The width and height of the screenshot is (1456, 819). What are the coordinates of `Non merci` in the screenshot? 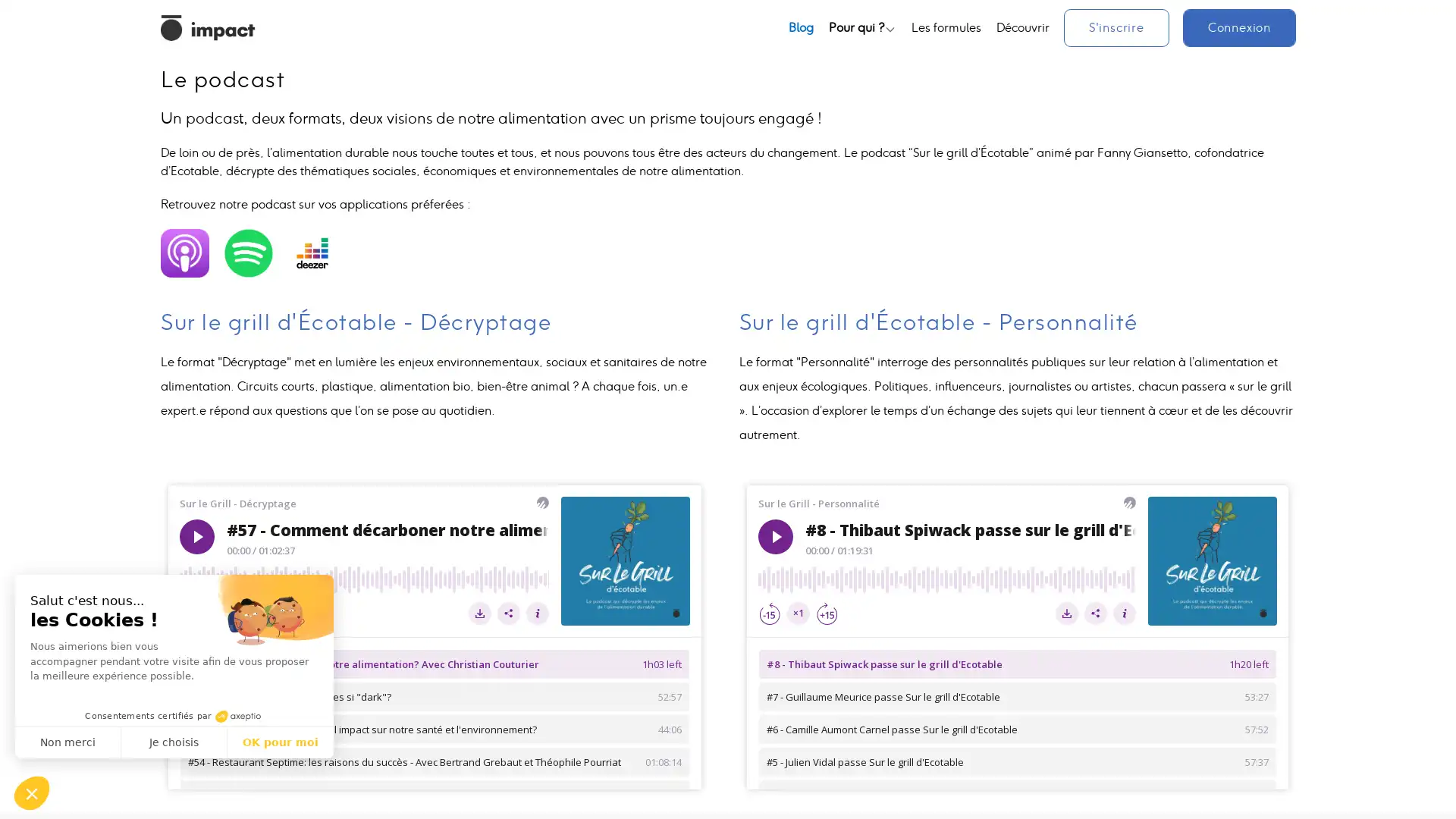 It's located at (67, 742).